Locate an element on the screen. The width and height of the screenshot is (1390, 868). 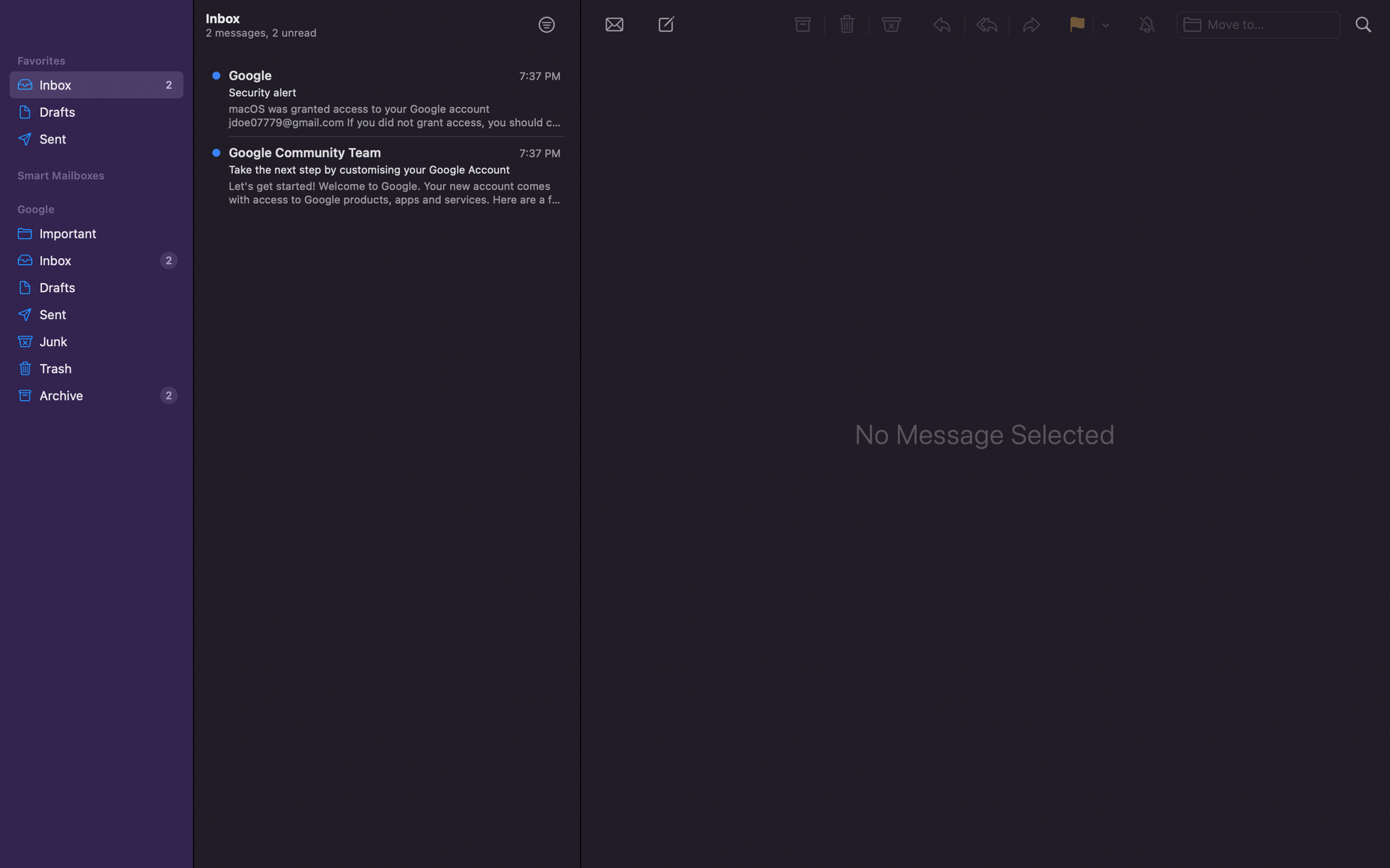
Relocate the marked message to the bar is located at coordinates (1260, 22).